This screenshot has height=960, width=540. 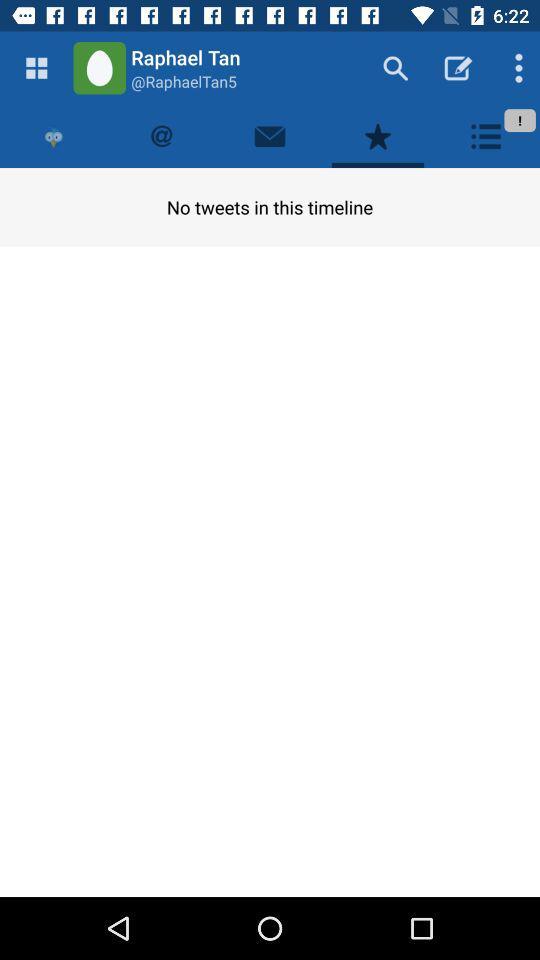 What do you see at coordinates (514, 68) in the screenshot?
I see `the more options icon` at bounding box center [514, 68].